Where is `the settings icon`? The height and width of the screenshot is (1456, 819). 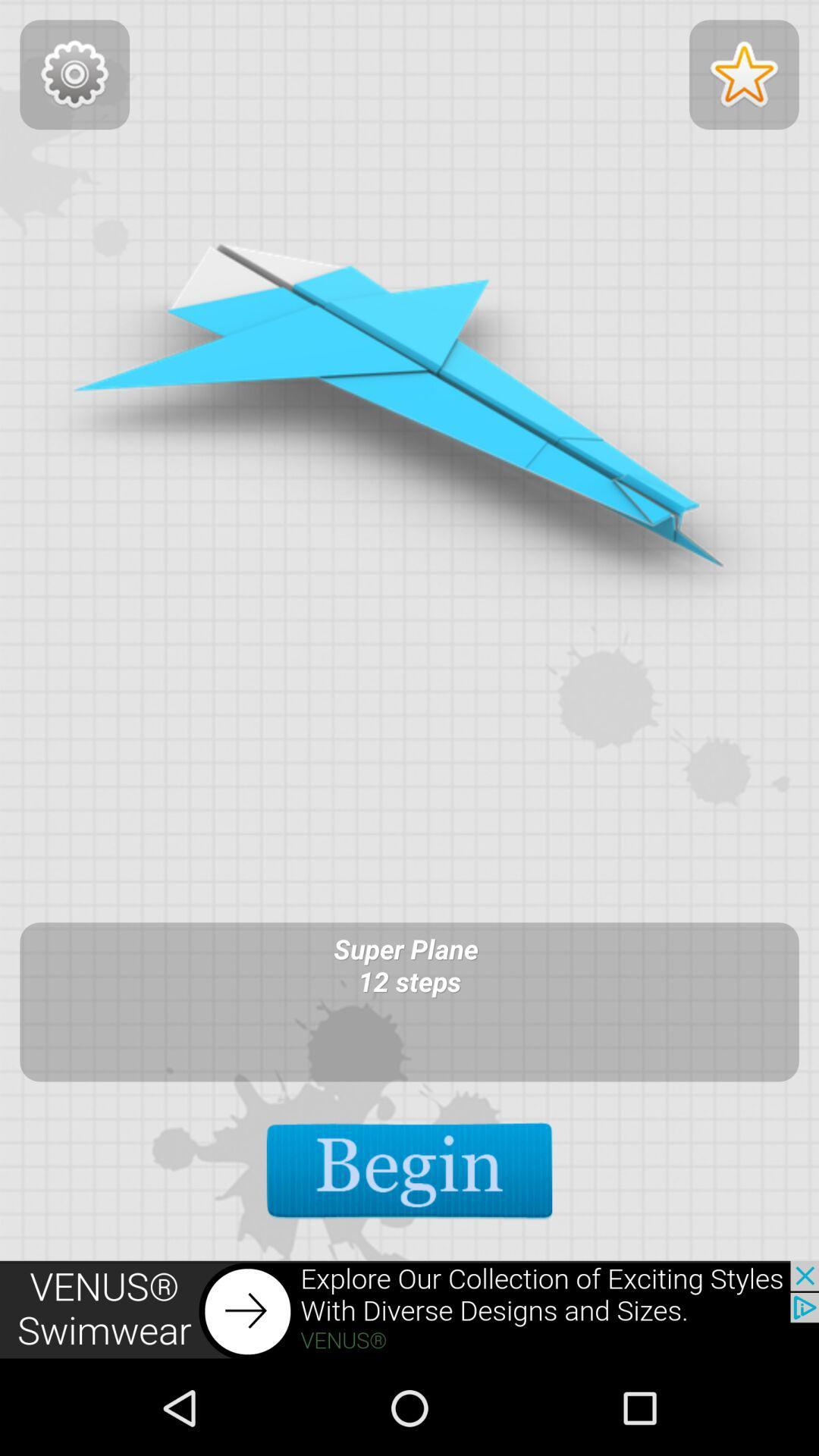 the settings icon is located at coordinates (74, 79).